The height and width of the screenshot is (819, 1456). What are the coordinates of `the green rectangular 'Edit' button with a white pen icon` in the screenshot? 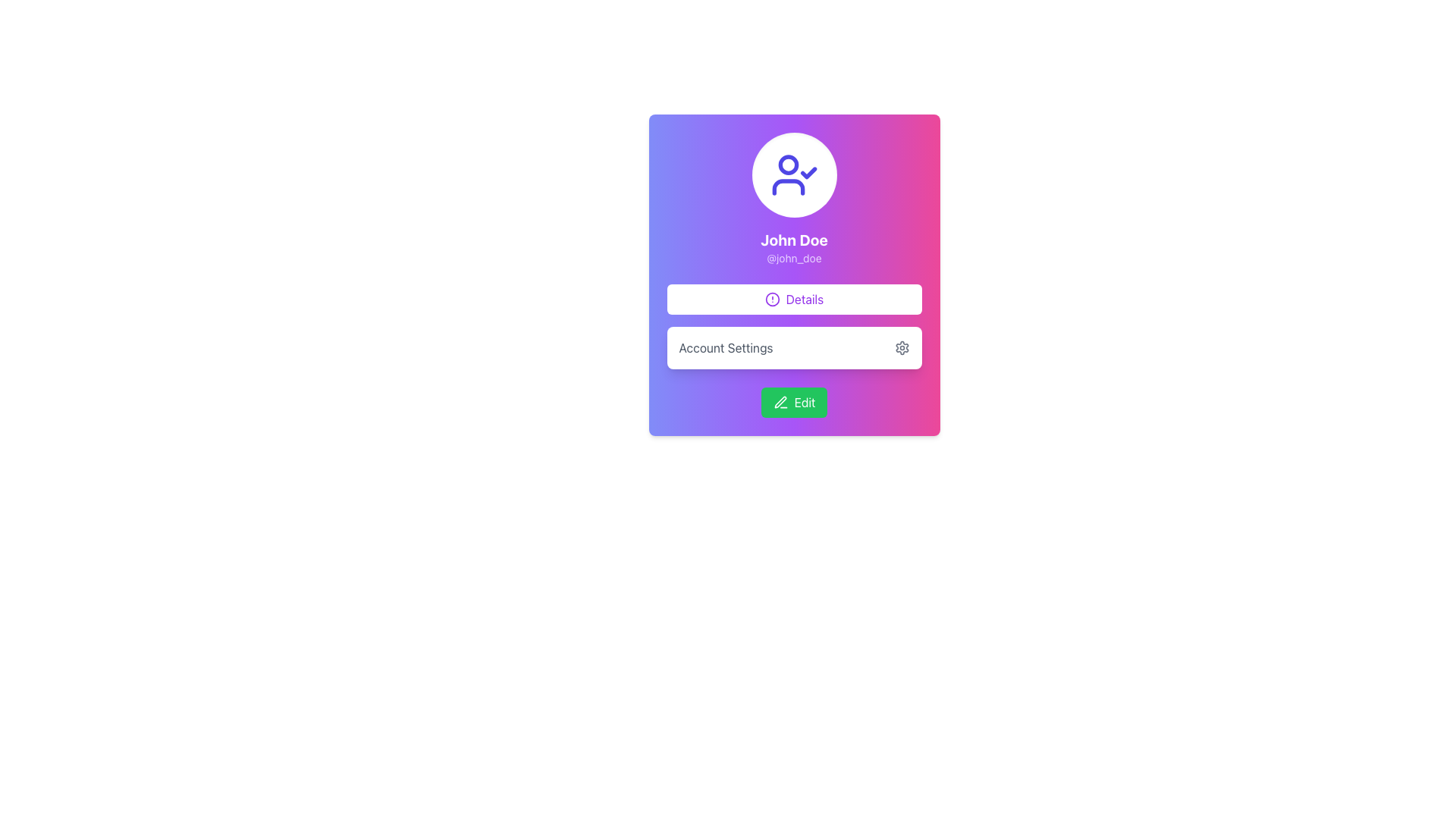 It's located at (793, 402).